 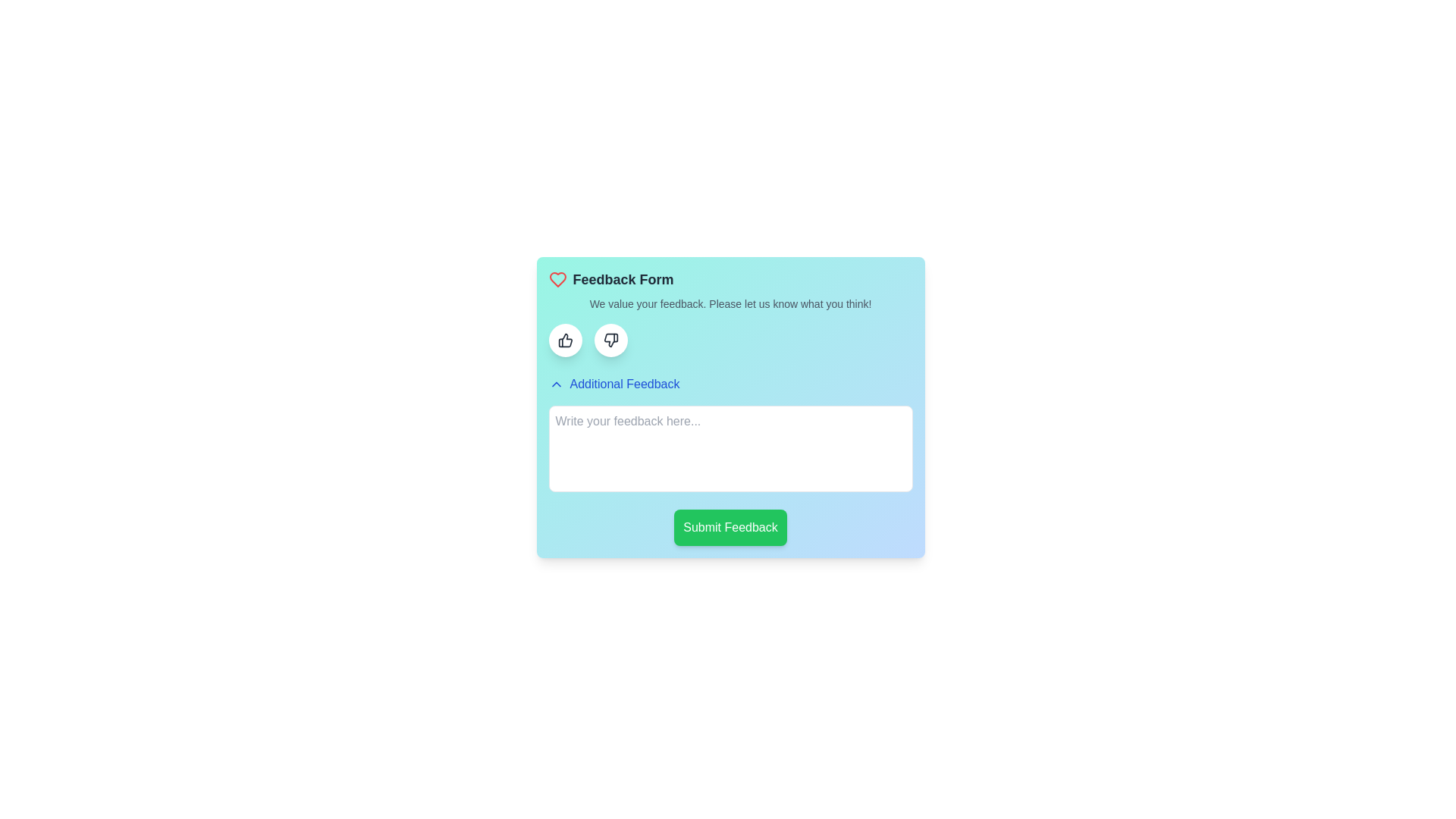 I want to click on the Toggle button located within the feedback form card to underline it, so click(x=614, y=383).